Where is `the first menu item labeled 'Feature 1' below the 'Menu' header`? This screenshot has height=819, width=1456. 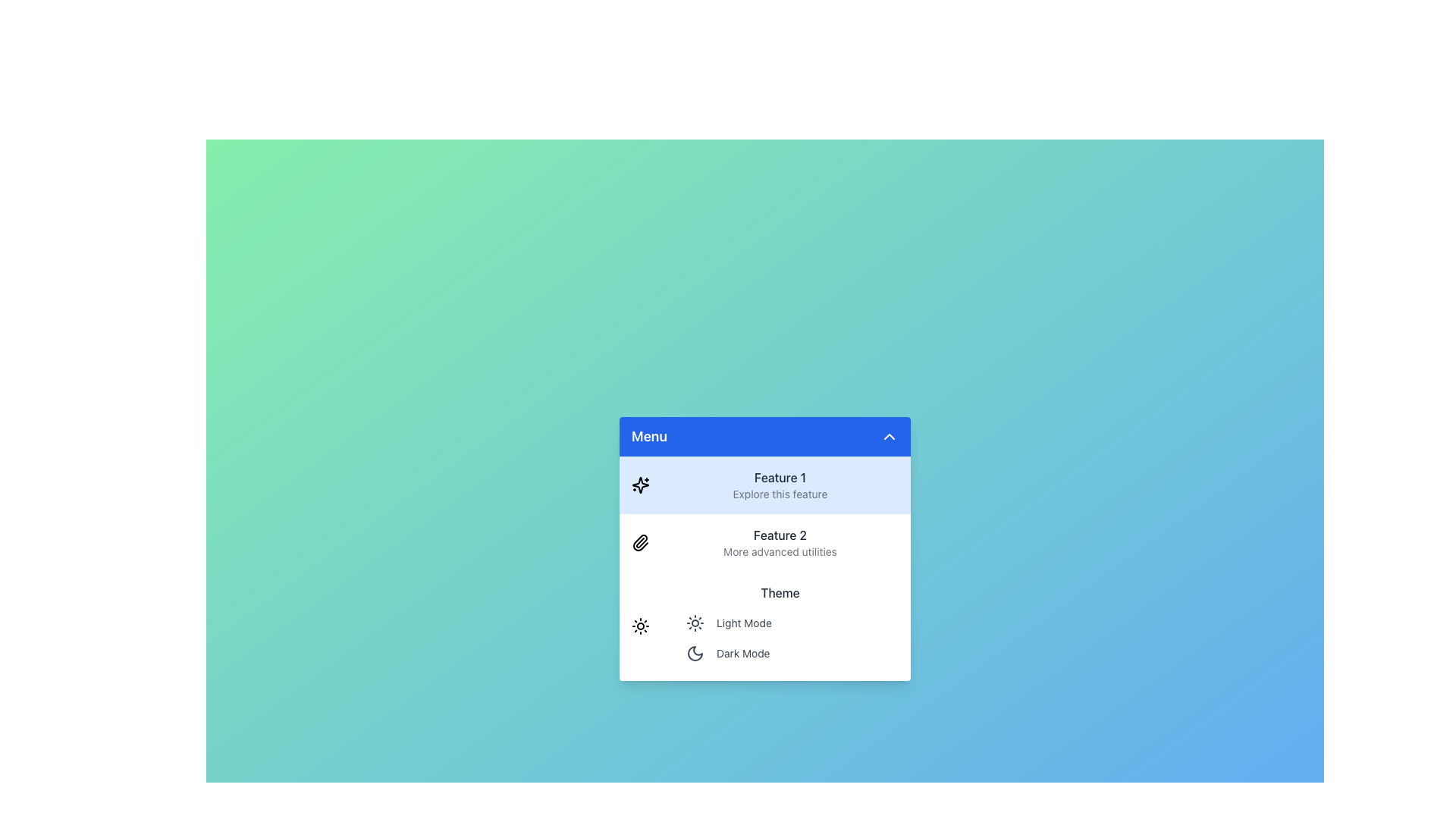
the first menu item labeled 'Feature 1' below the 'Menu' header is located at coordinates (764, 485).